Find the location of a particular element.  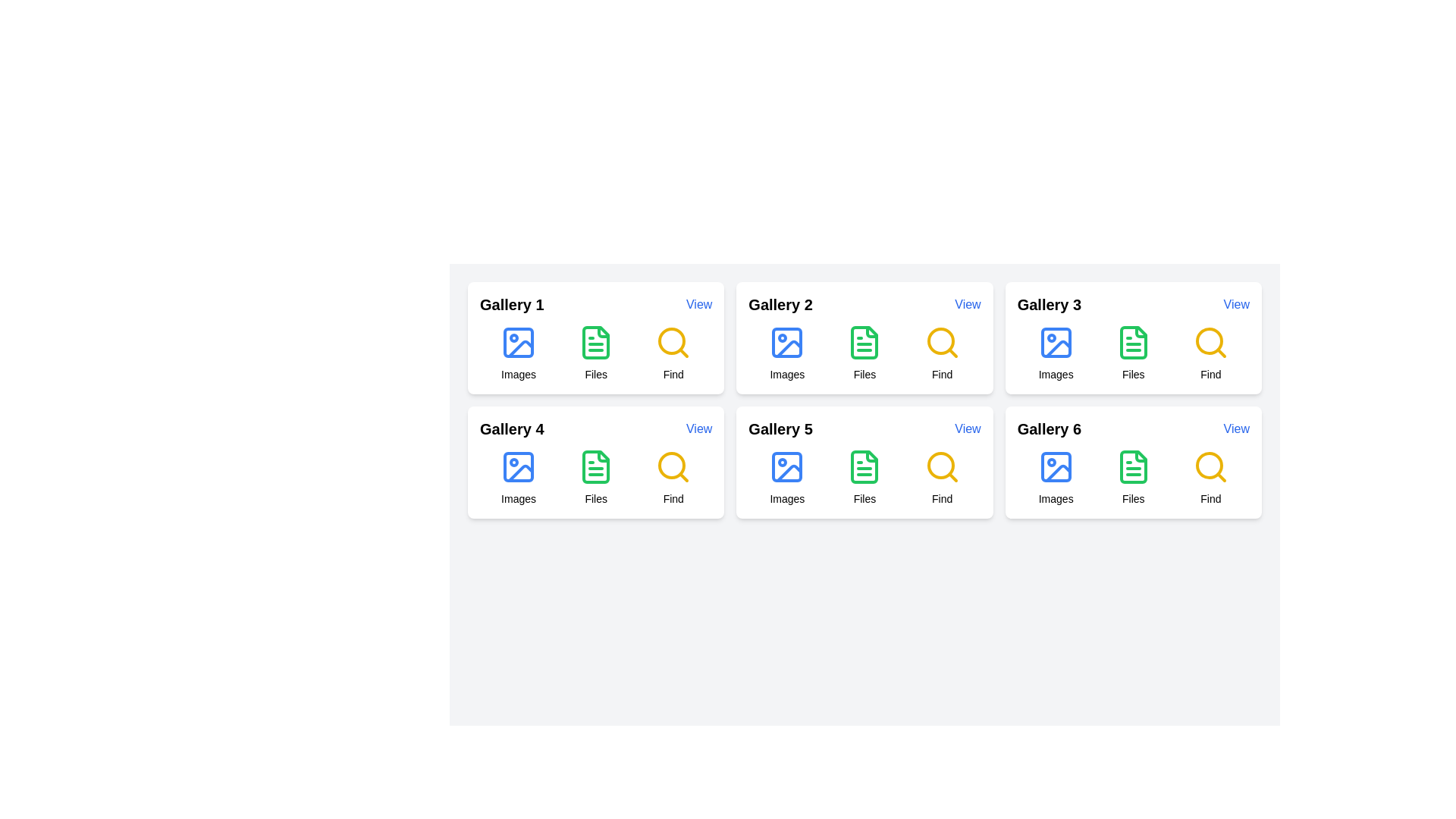

label displaying the word 'Files', which is styled in a smaller font size and centrally aligned, located below the document icon in the 'Gallery 5' section is located at coordinates (864, 499).